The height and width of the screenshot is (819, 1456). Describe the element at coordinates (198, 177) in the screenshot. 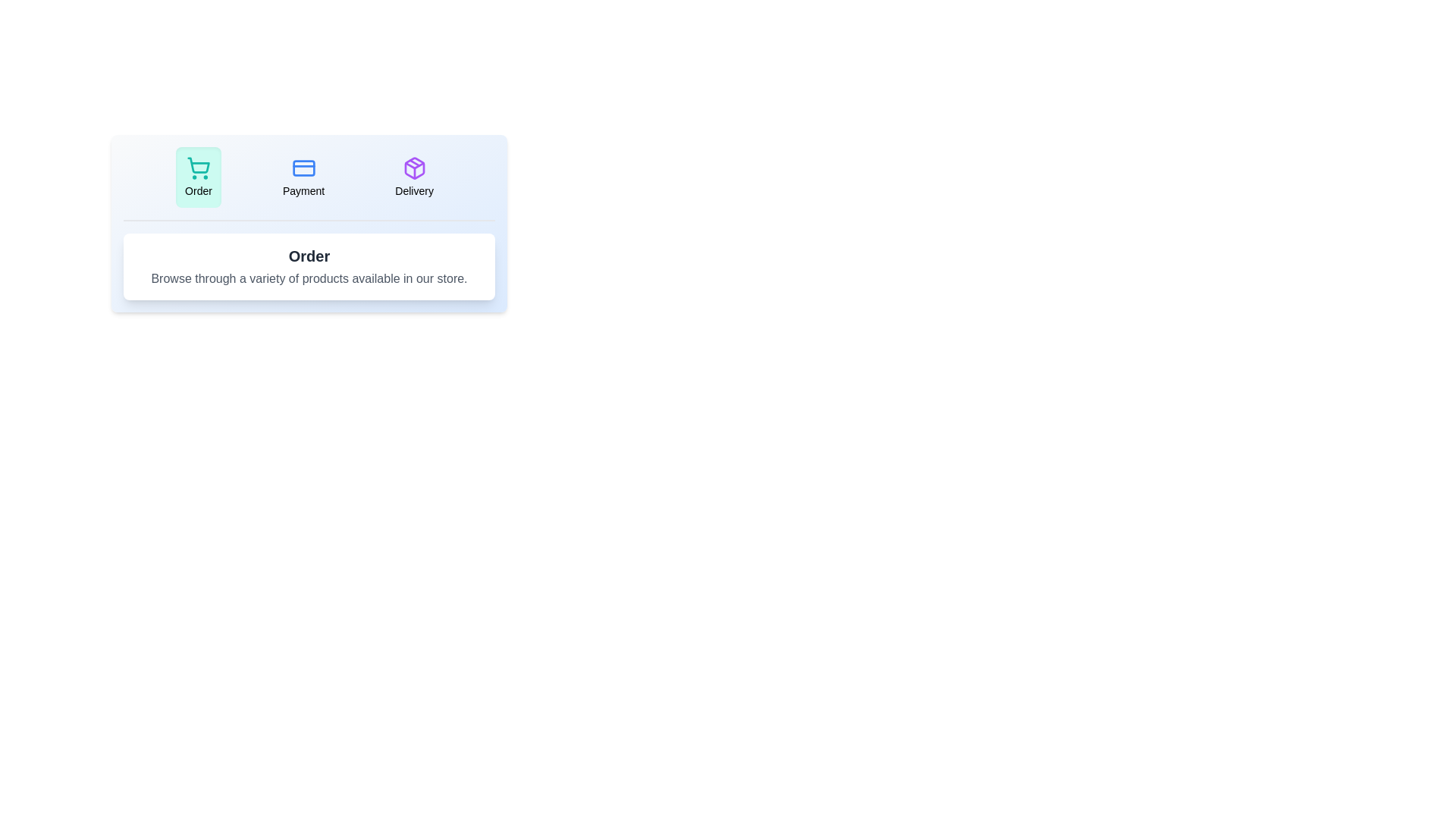

I see `the Order tab by clicking on it` at that location.